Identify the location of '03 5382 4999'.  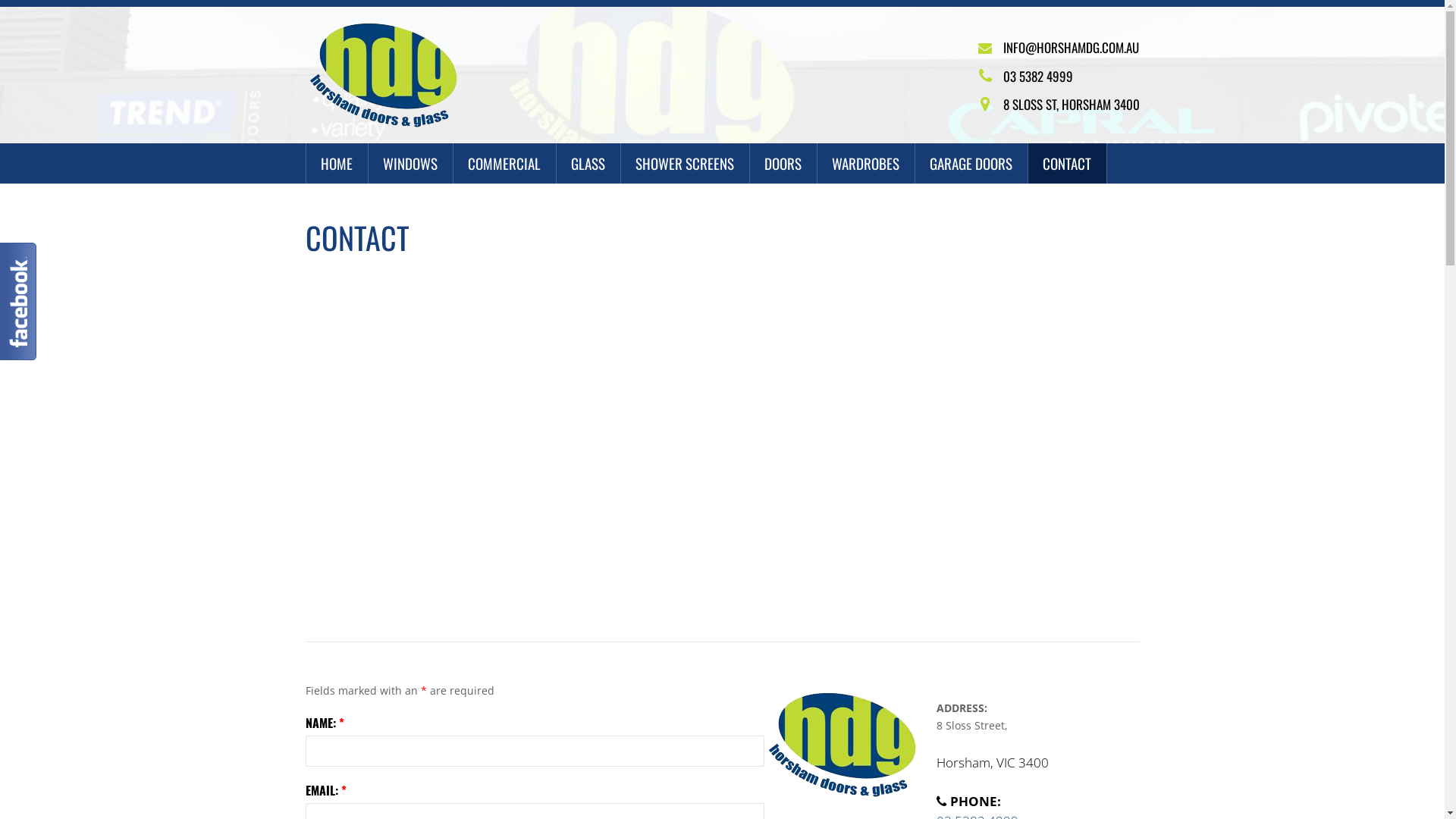
(1037, 76).